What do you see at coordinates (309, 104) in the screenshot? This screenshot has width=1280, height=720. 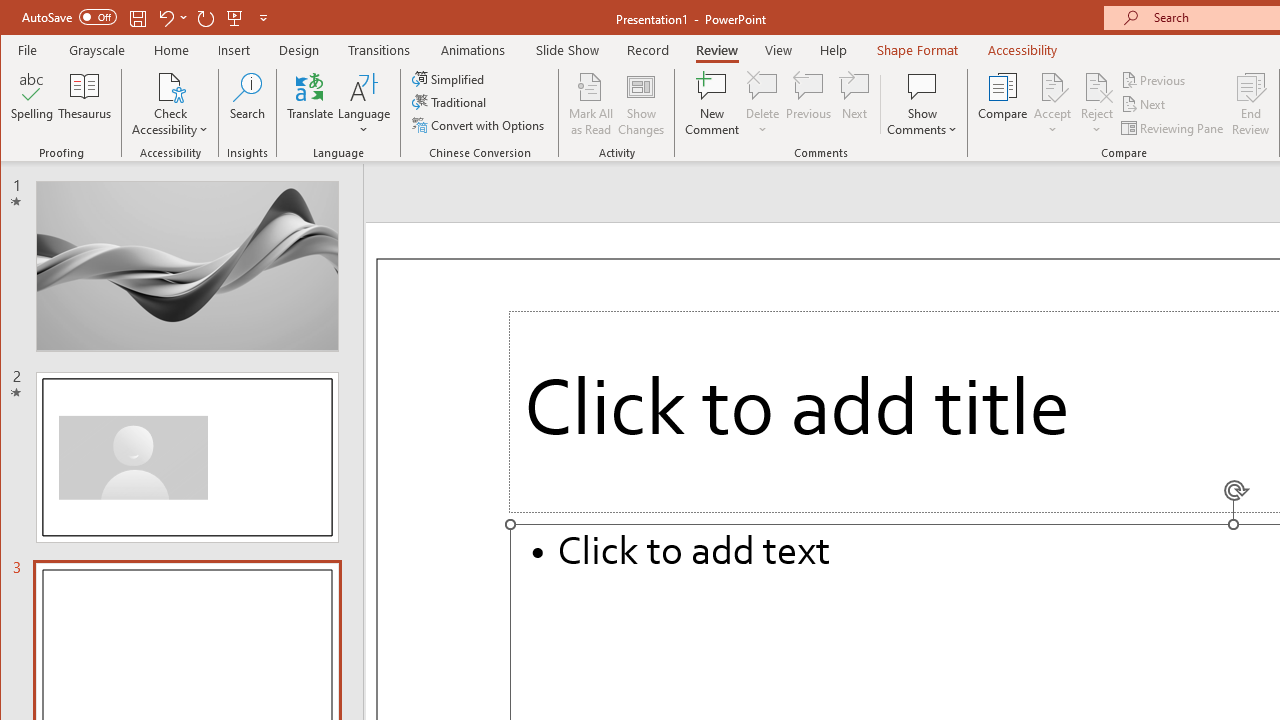 I see `'Translate'` at bounding box center [309, 104].